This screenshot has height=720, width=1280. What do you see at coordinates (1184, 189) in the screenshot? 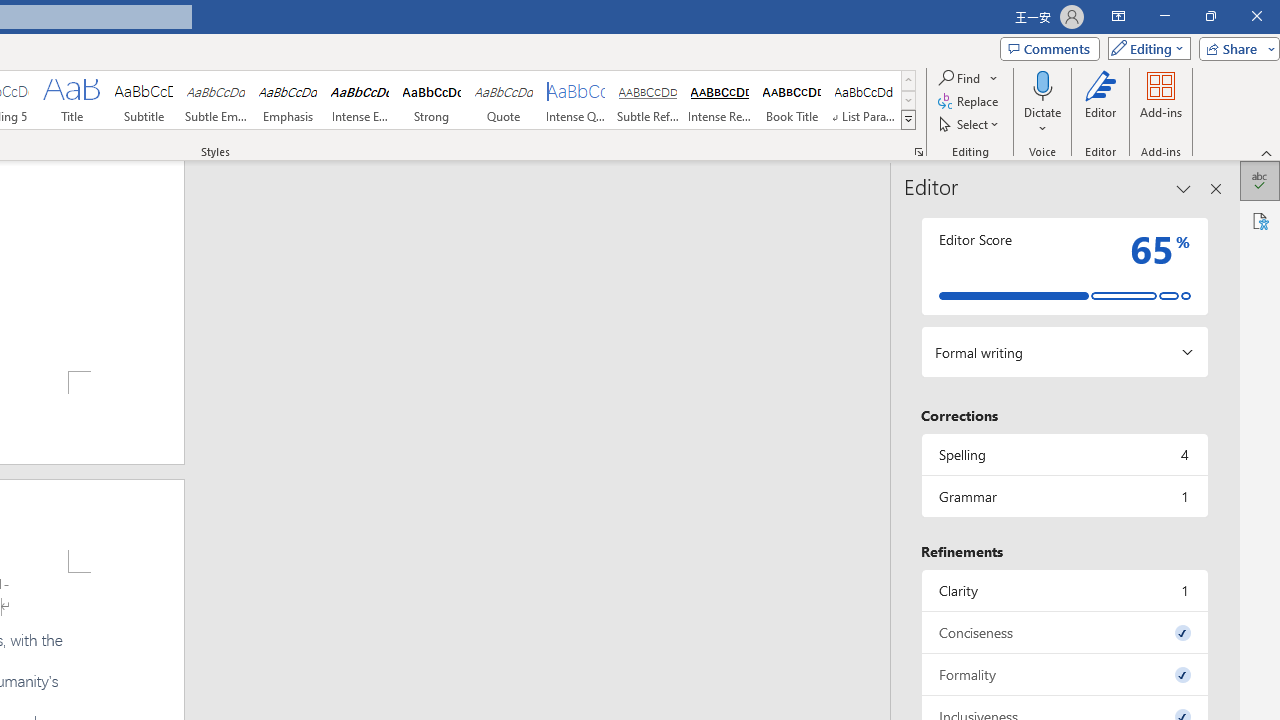
I see `'Task Pane Options'` at bounding box center [1184, 189].